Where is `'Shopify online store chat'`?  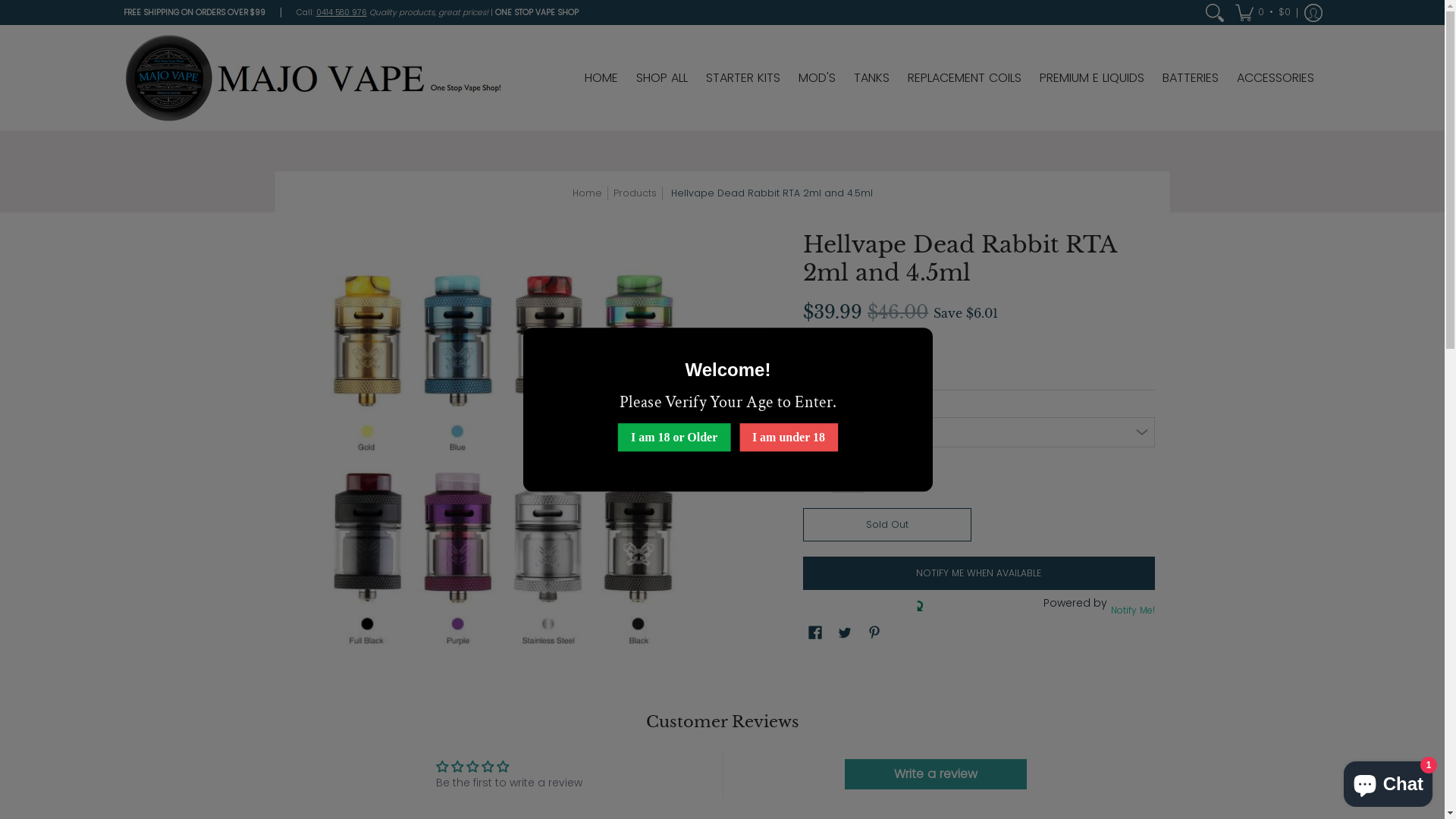 'Shopify online store chat' is located at coordinates (1388, 780).